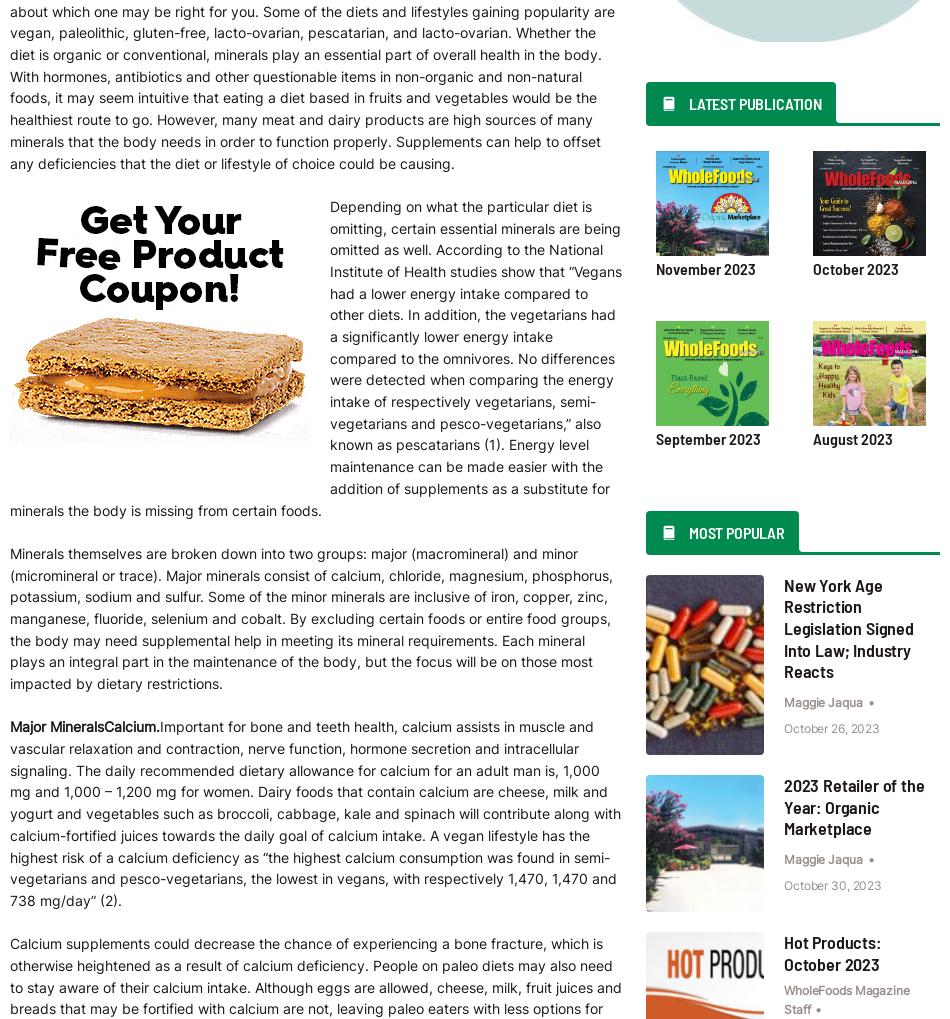  Describe the element at coordinates (854, 267) in the screenshot. I see `'October 2023'` at that location.